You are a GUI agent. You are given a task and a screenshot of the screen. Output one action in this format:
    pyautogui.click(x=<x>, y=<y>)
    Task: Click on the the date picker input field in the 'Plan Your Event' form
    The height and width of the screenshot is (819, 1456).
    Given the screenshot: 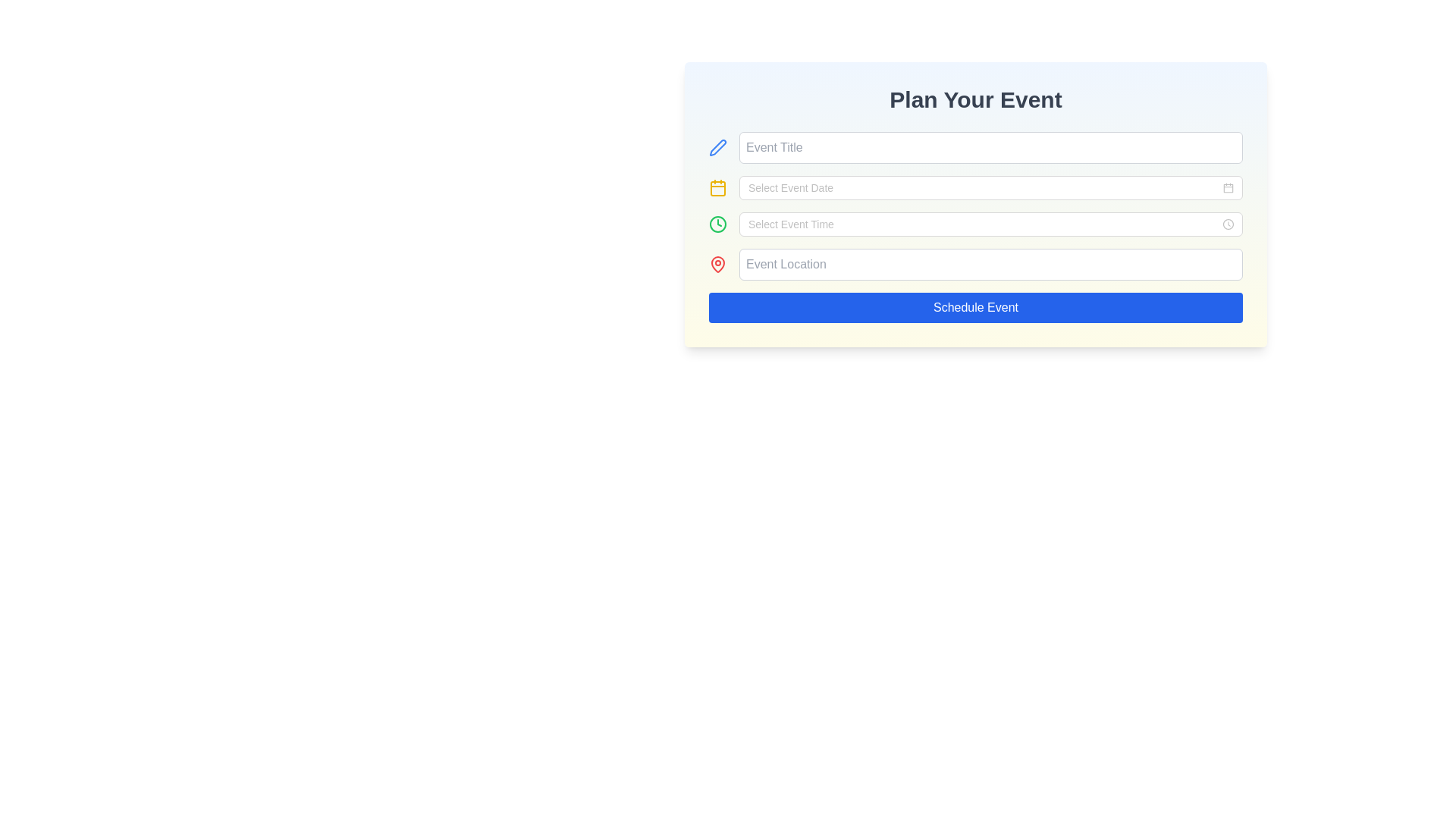 What is the action you would take?
    pyautogui.click(x=990, y=187)
    